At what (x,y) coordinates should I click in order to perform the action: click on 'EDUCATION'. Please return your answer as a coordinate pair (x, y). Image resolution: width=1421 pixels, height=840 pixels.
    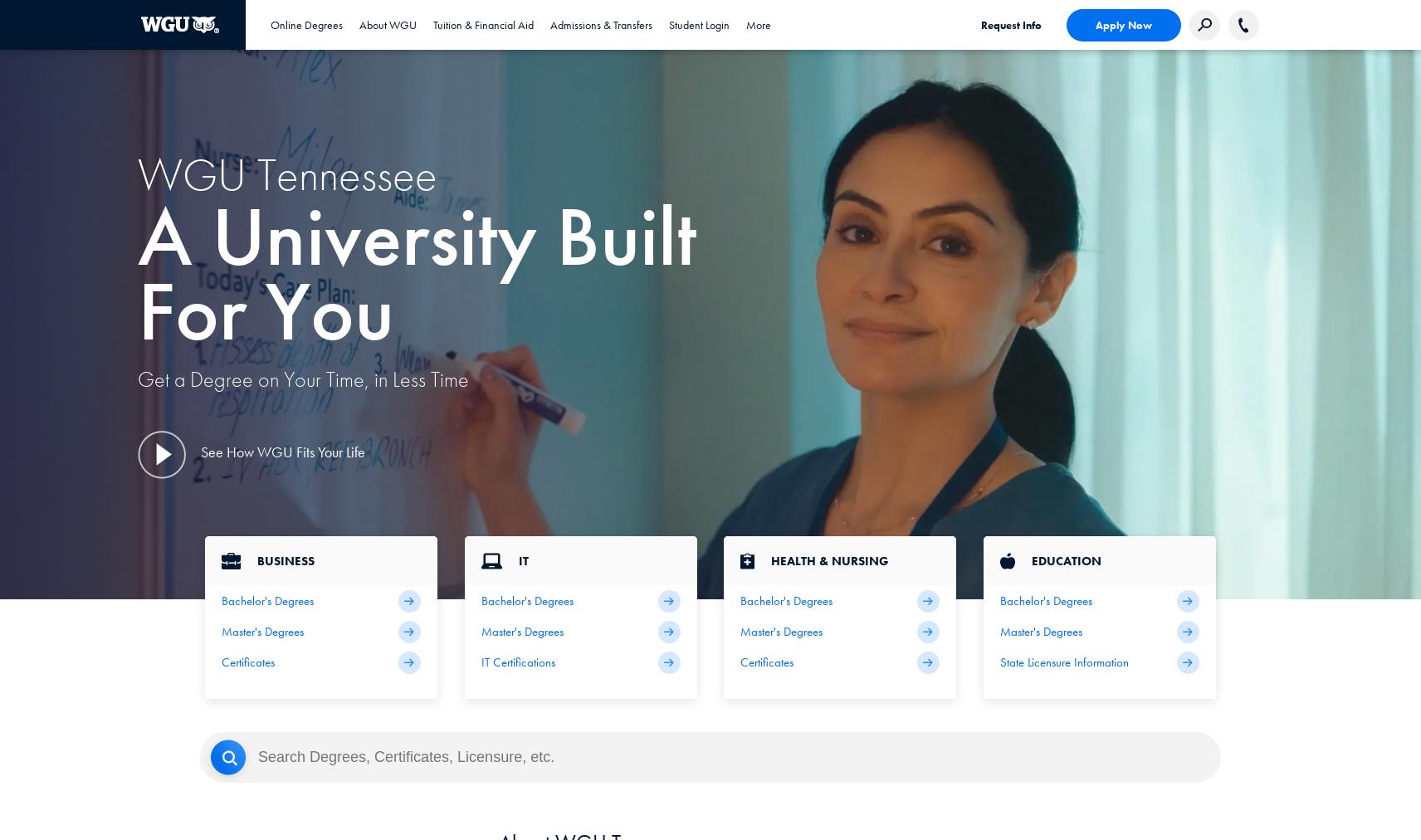
    Looking at the image, I should click on (1032, 560).